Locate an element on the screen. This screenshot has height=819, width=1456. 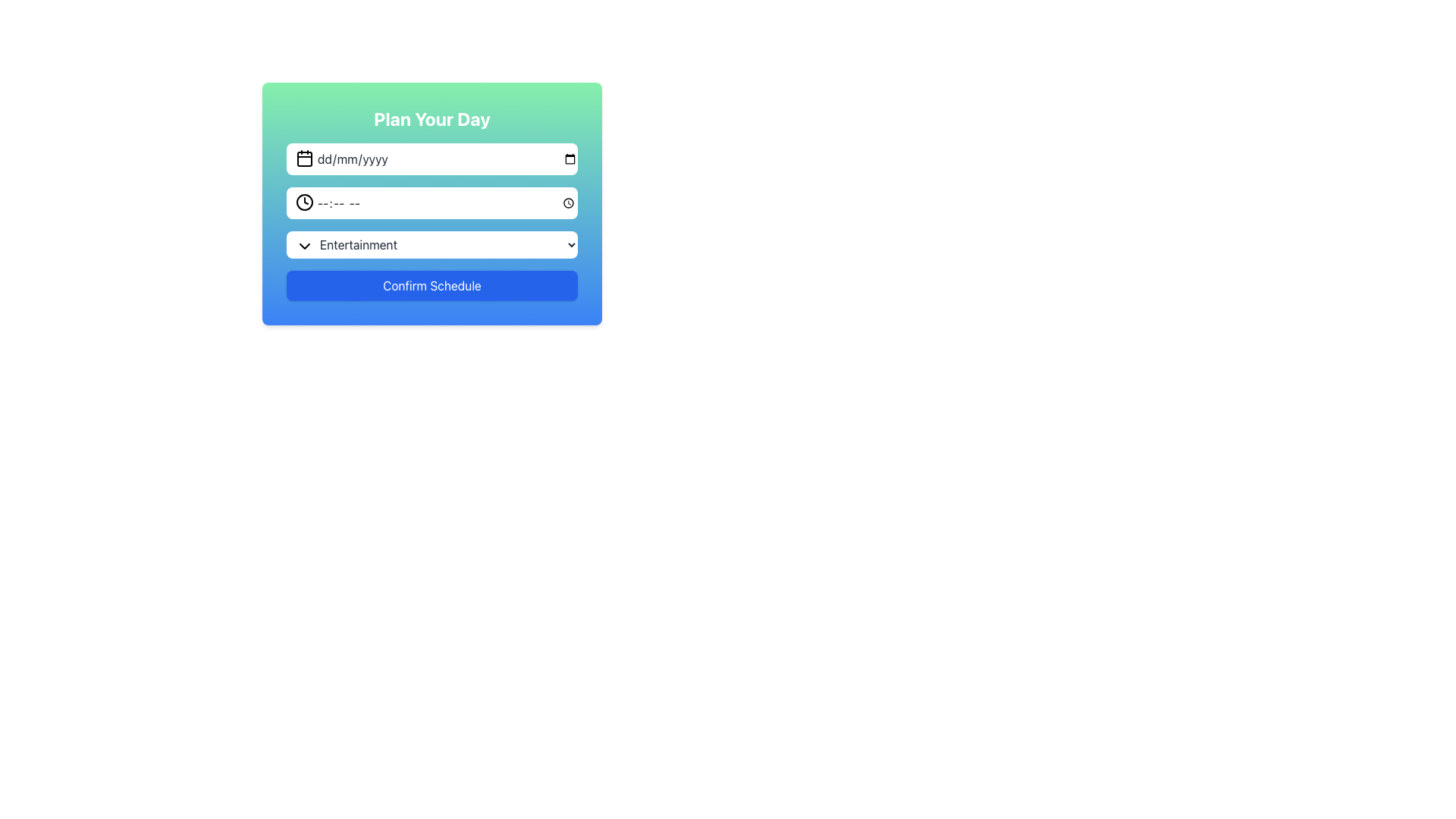
the outer frame of the clock icon, which is an SVG Circle is located at coordinates (304, 201).